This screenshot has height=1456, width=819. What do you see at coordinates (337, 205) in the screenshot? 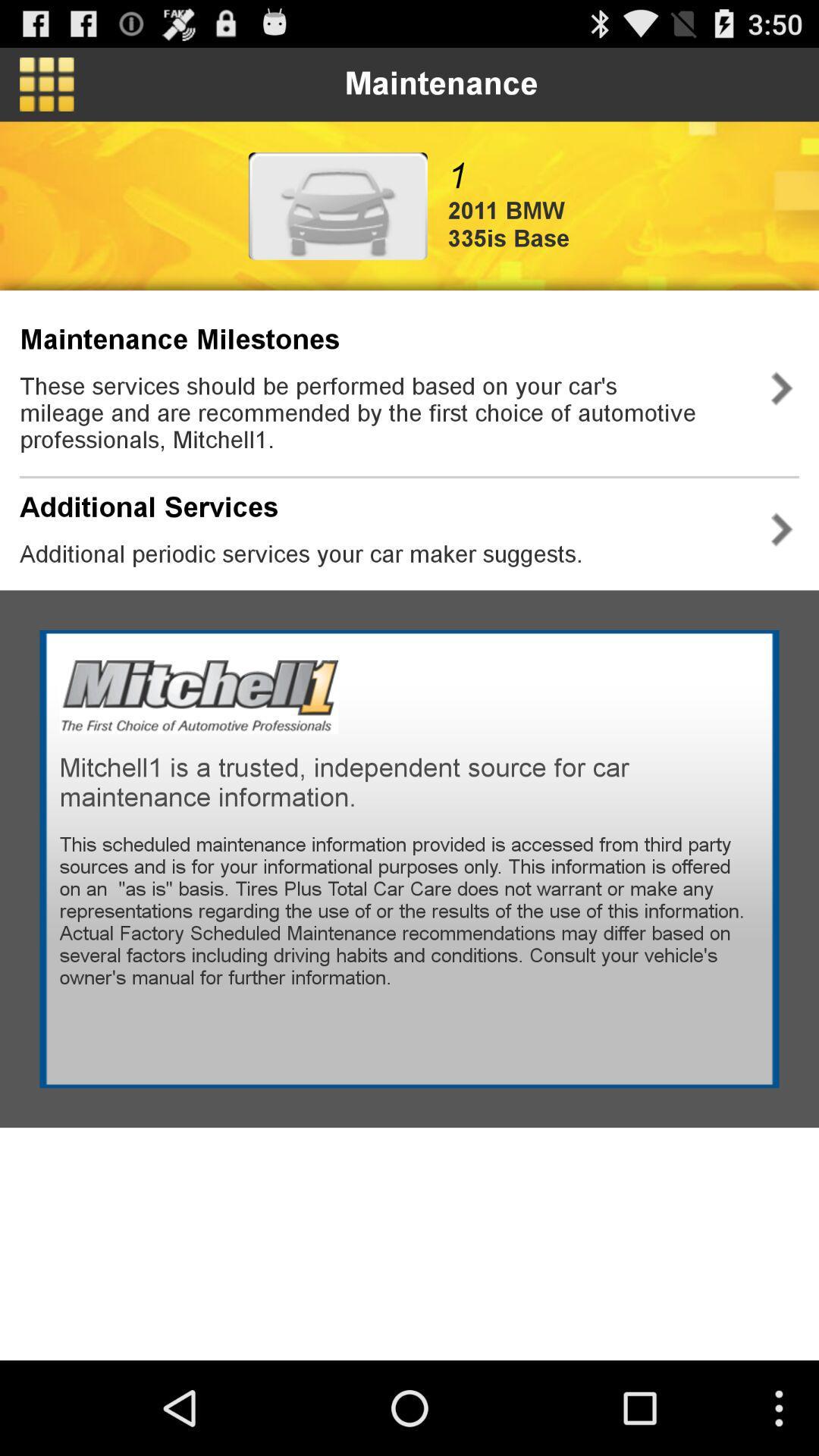
I see `advertisement` at bounding box center [337, 205].